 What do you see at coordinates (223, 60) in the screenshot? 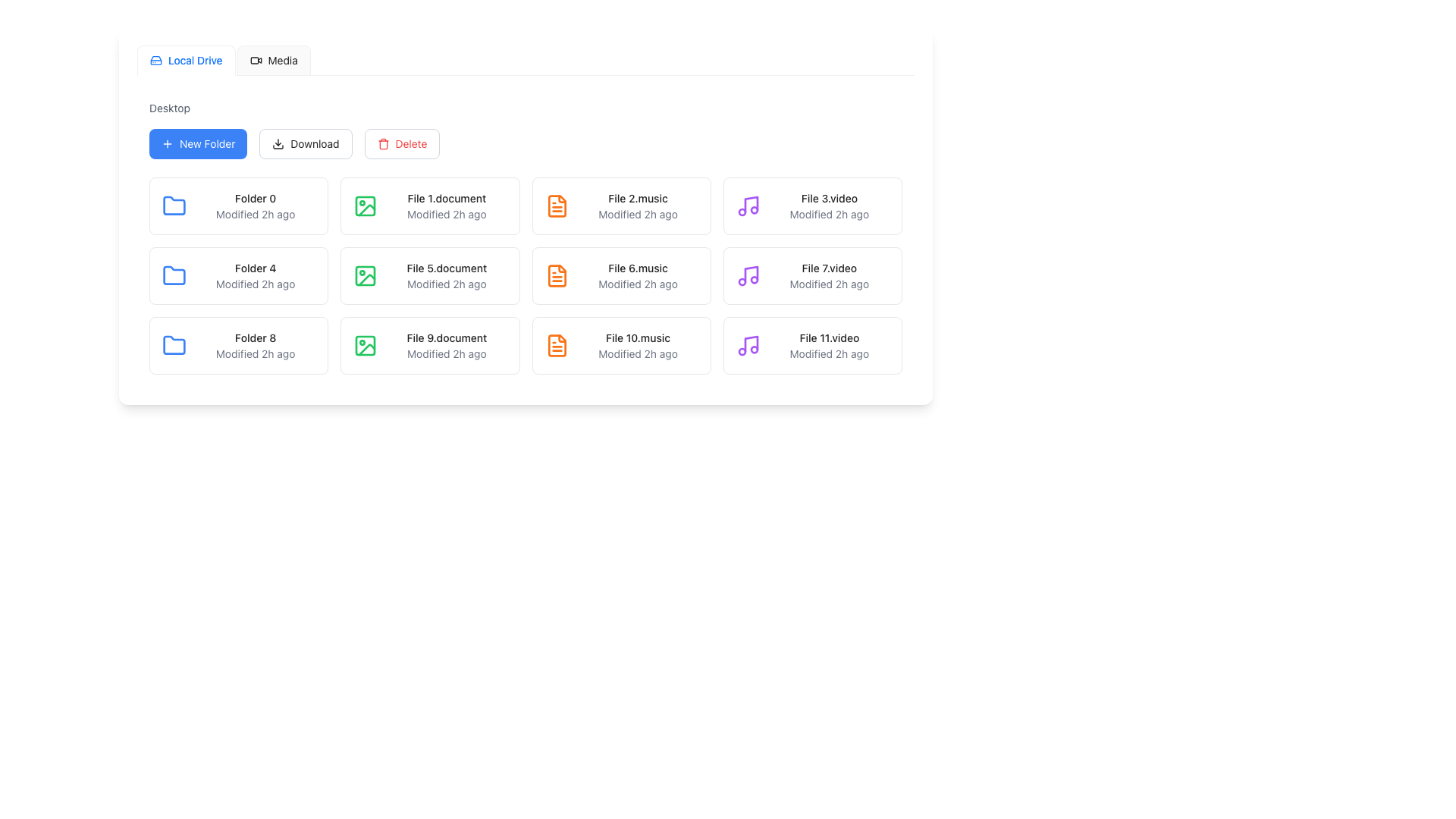
I see `the first tab item of the Tab navigation that allows users to navigate between 'Local Drive' and 'Media' sections` at bounding box center [223, 60].